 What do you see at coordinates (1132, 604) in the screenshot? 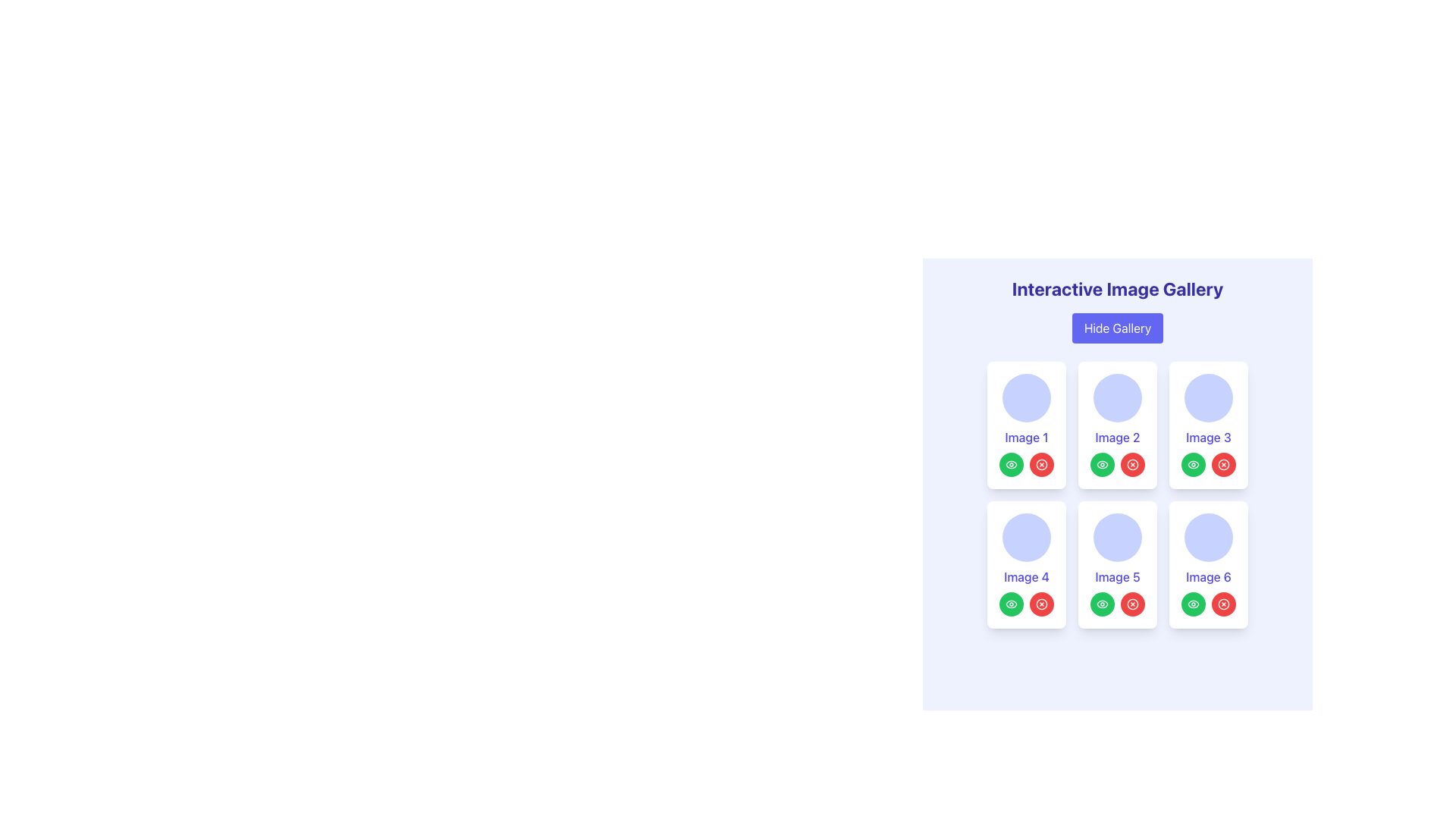
I see `the red delete button with a cross icon located in the bottom section of the card labeled 'Image 5' to initiate a delete or remove action` at bounding box center [1132, 604].